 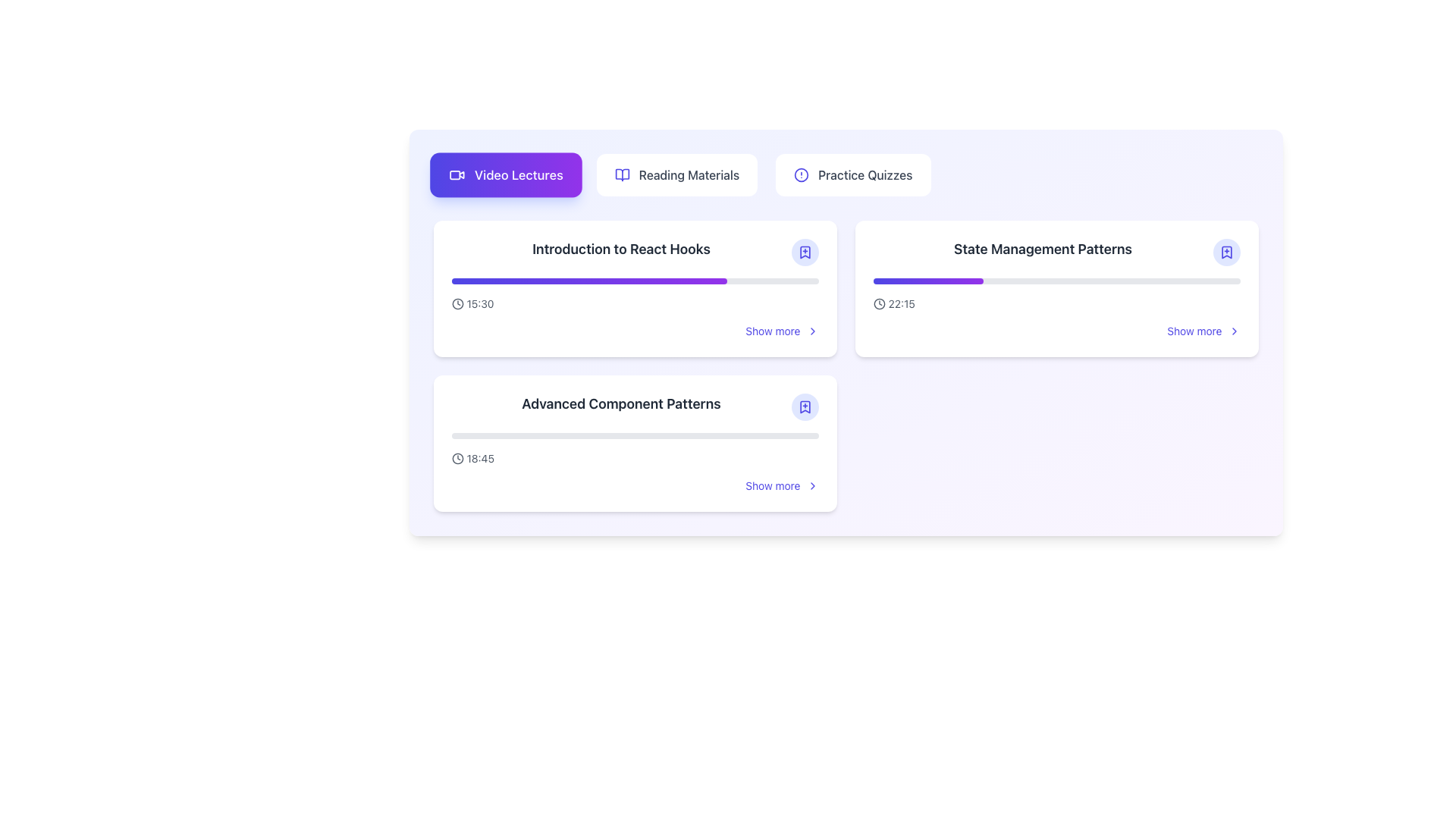 I want to click on the button that reveals additional content for the 'Introduction to React Hooks' section to observe visual changes, so click(x=782, y=330).